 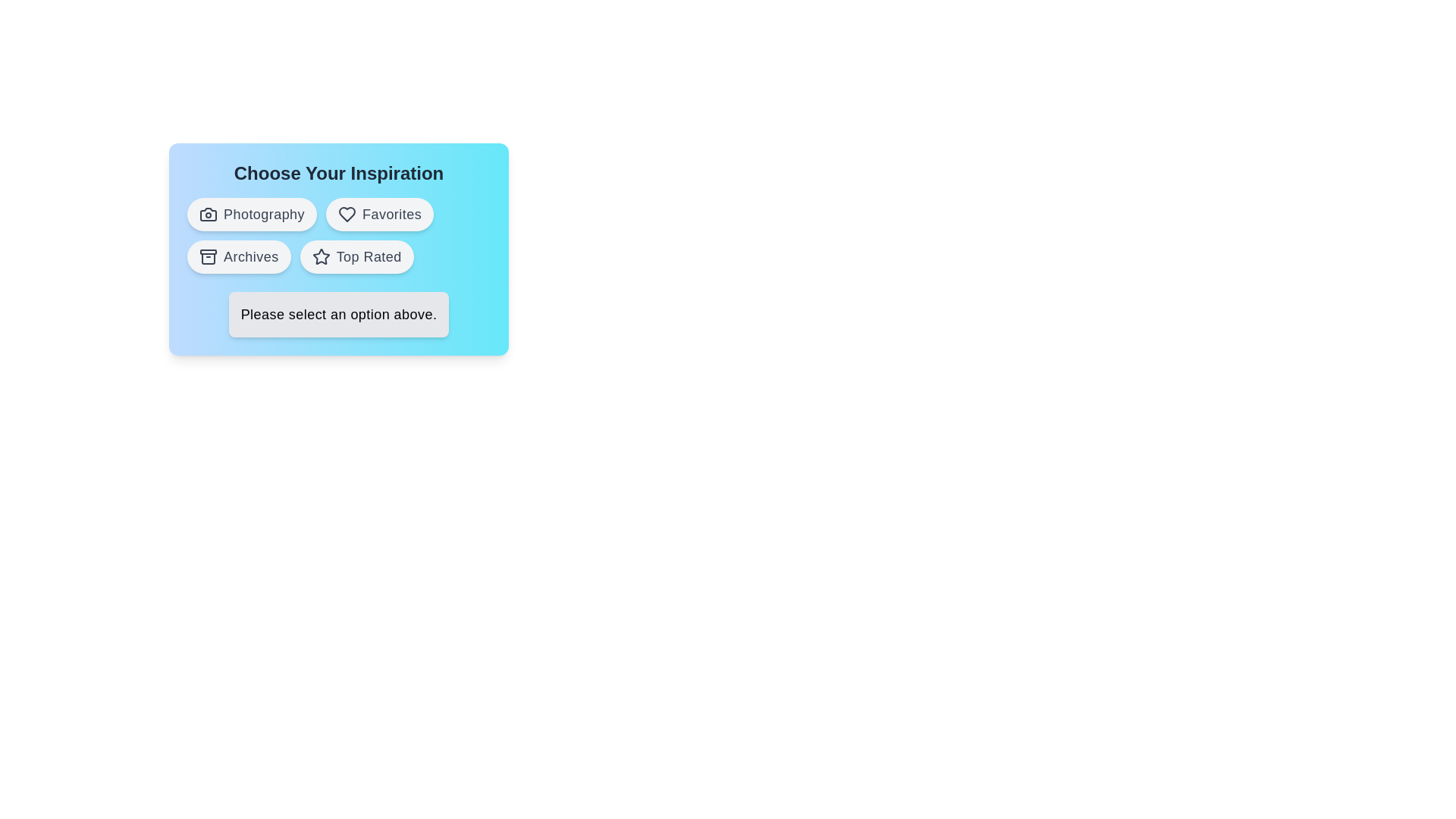 What do you see at coordinates (251, 256) in the screenshot?
I see `the button labeled 'Archives' that contains the text label 'Archives' and an archive icon on its left side, positioned in the second row and first column of the option grid` at bounding box center [251, 256].